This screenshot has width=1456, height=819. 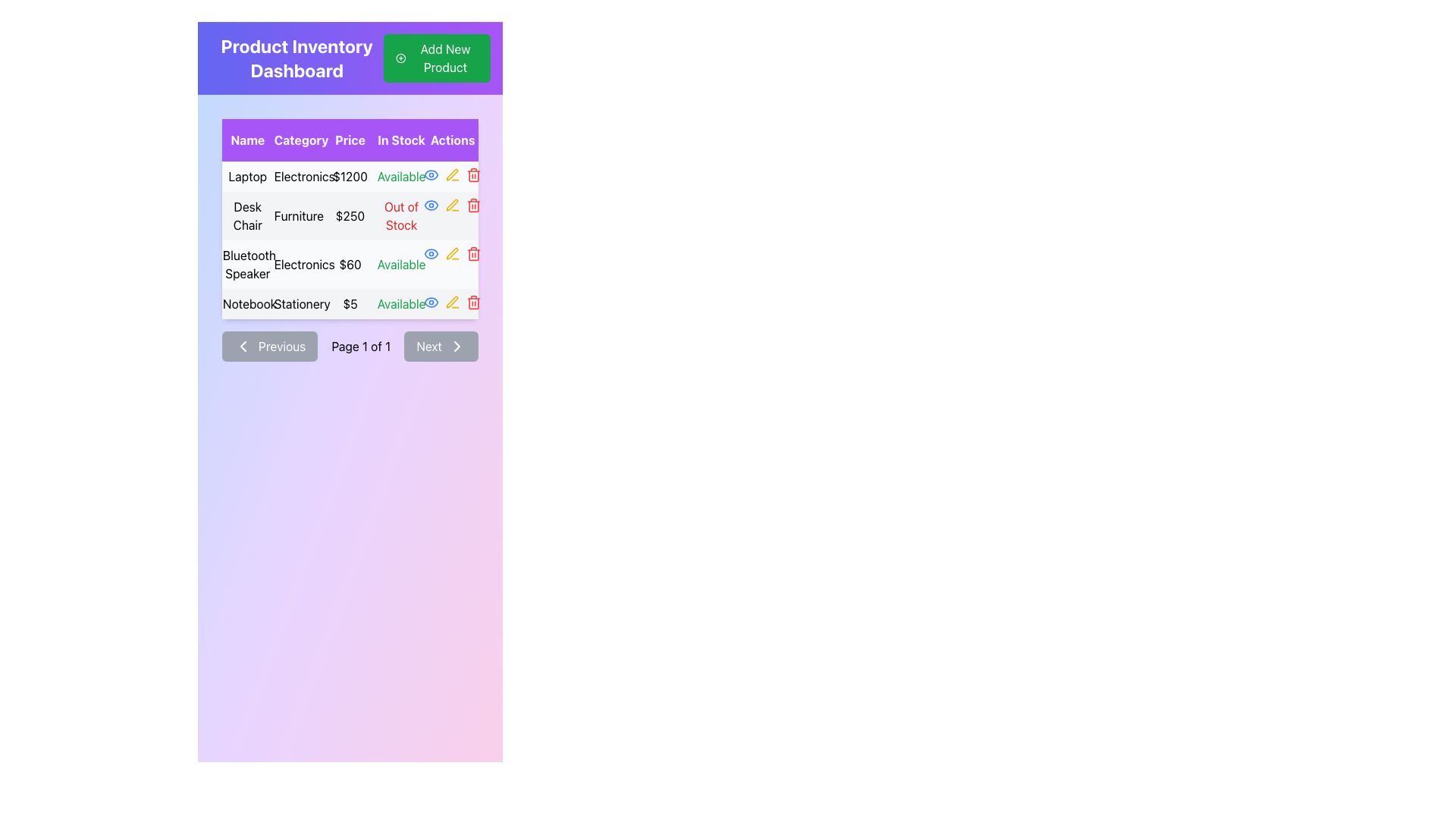 What do you see at coordinates (247, 140) in the screenshot?
I see `text label 'Name' which is the first item in the header row of the table displaying product inventory` at bounding box center [247, 140].